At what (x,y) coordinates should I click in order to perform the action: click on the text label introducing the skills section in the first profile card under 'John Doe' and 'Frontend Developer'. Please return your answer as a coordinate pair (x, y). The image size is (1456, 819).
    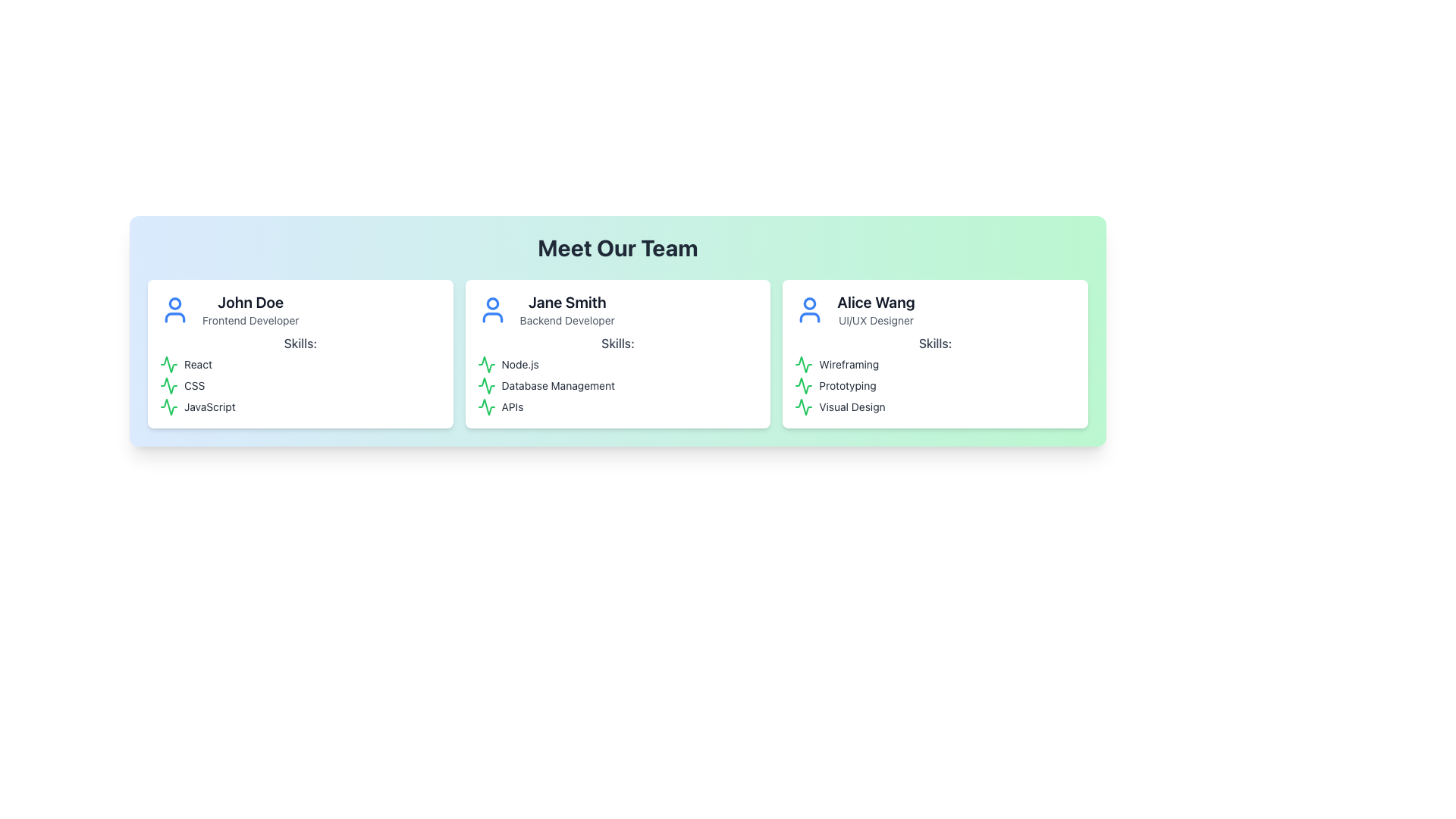
    Looking at the image, I should click on (300, 343).